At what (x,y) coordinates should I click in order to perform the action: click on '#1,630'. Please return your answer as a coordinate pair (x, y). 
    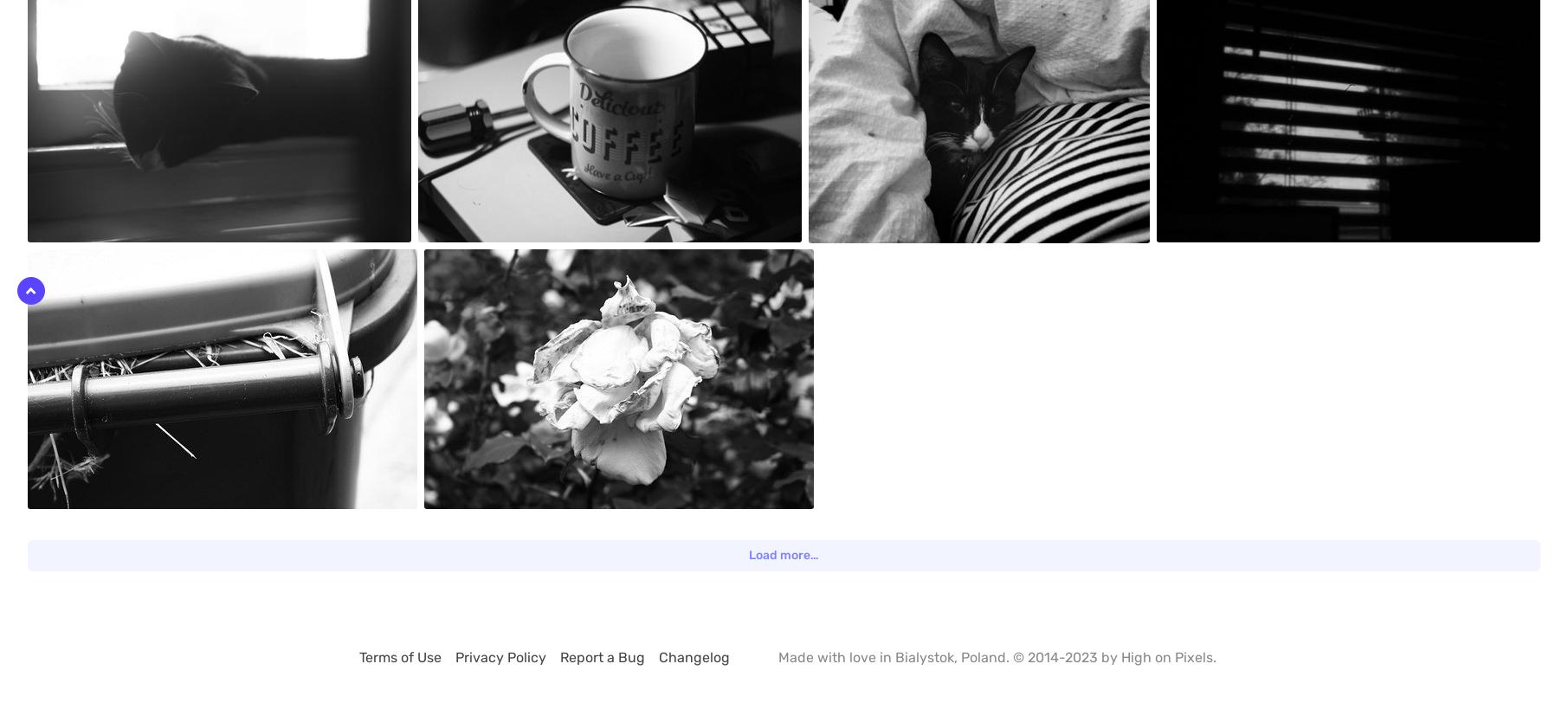
    Looking at the image, I should click on (1178, 12).